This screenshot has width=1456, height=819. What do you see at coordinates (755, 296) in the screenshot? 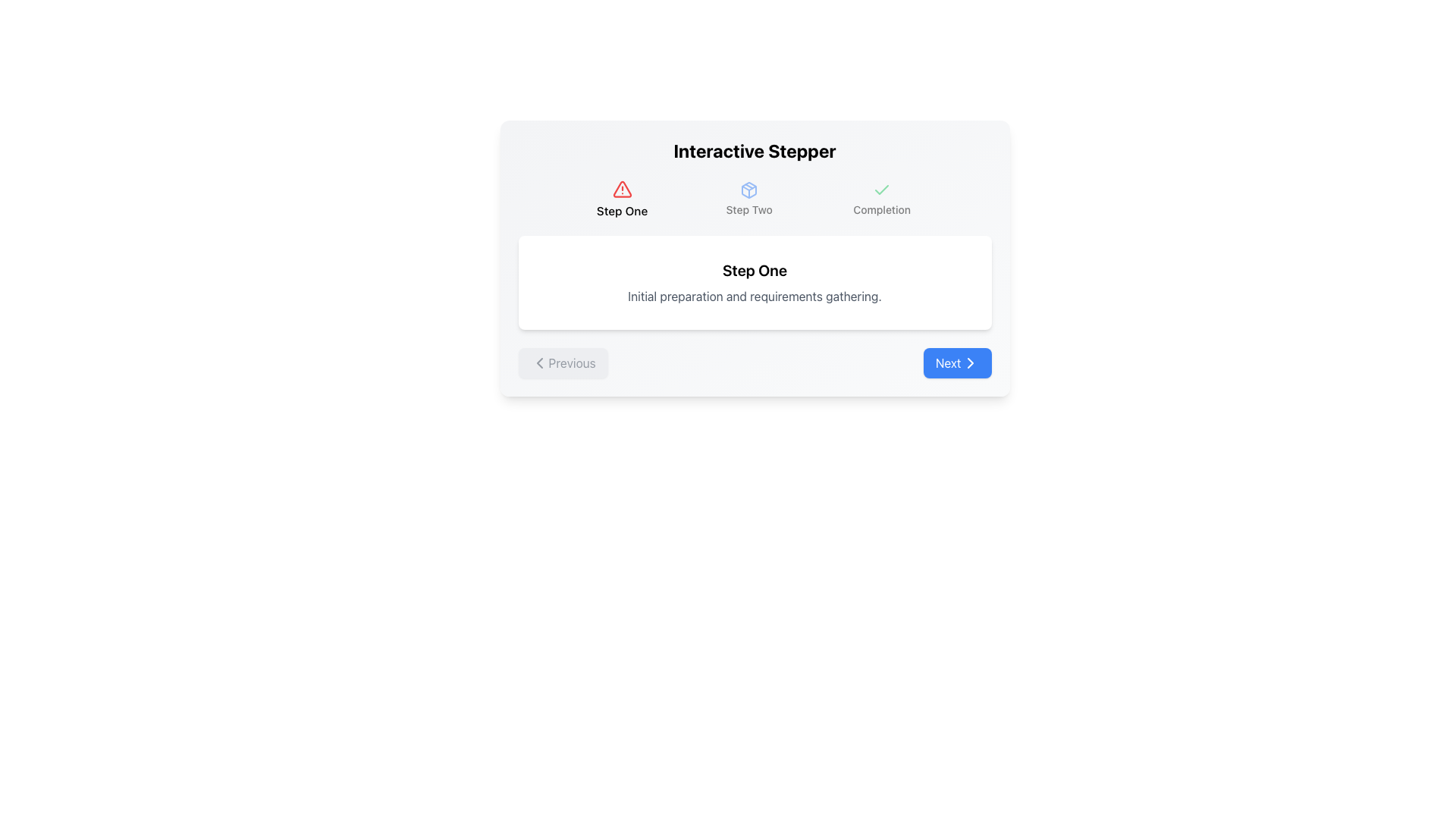
I see `the text label that reads 'Initial preparation and requirements gathering.' which is styled with a smaller font size and gray color, located directly under the title 'Step One.'` at bounding box center [755, 296].